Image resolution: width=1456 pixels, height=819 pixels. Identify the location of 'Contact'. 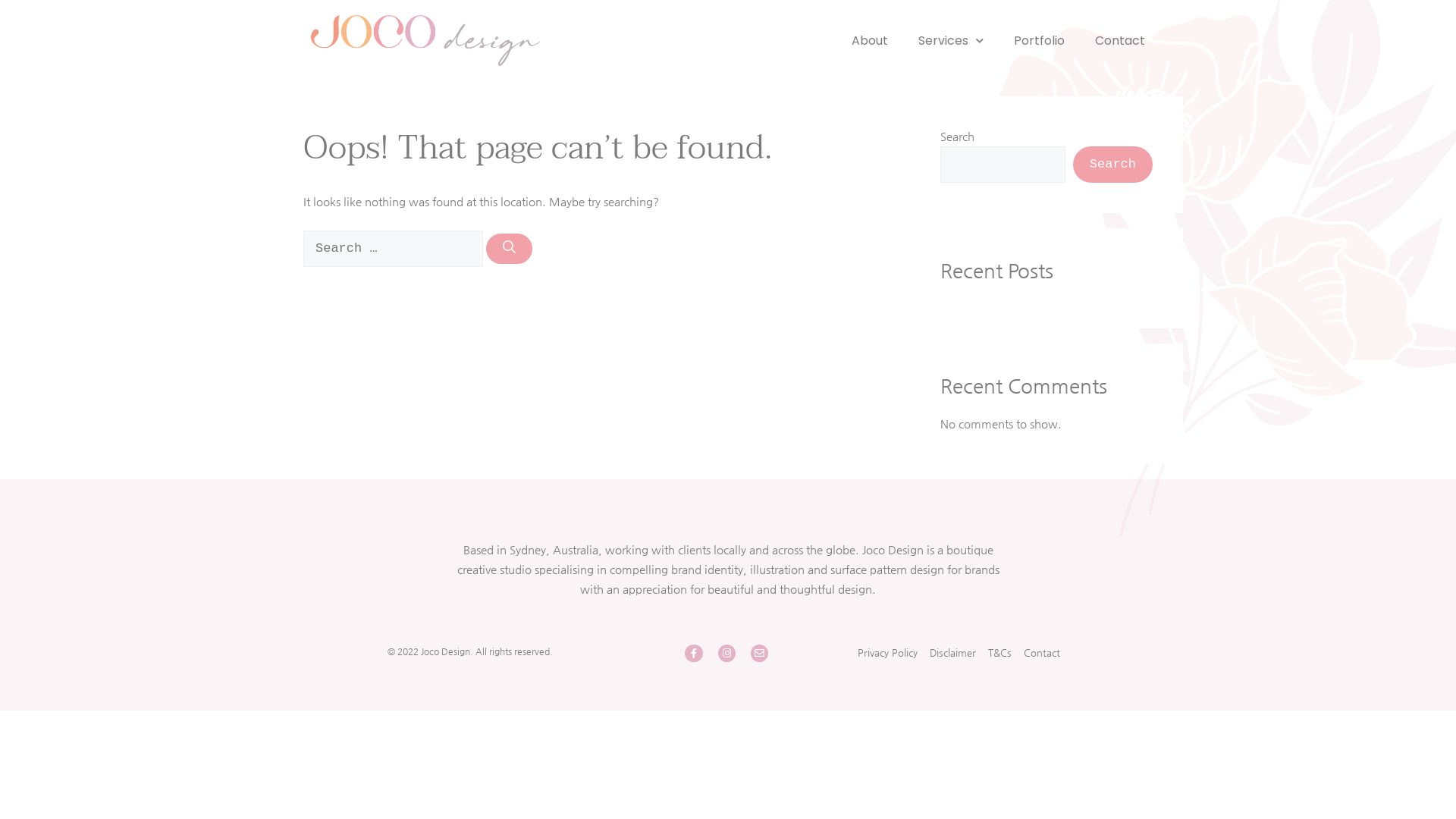
(1040, 651).